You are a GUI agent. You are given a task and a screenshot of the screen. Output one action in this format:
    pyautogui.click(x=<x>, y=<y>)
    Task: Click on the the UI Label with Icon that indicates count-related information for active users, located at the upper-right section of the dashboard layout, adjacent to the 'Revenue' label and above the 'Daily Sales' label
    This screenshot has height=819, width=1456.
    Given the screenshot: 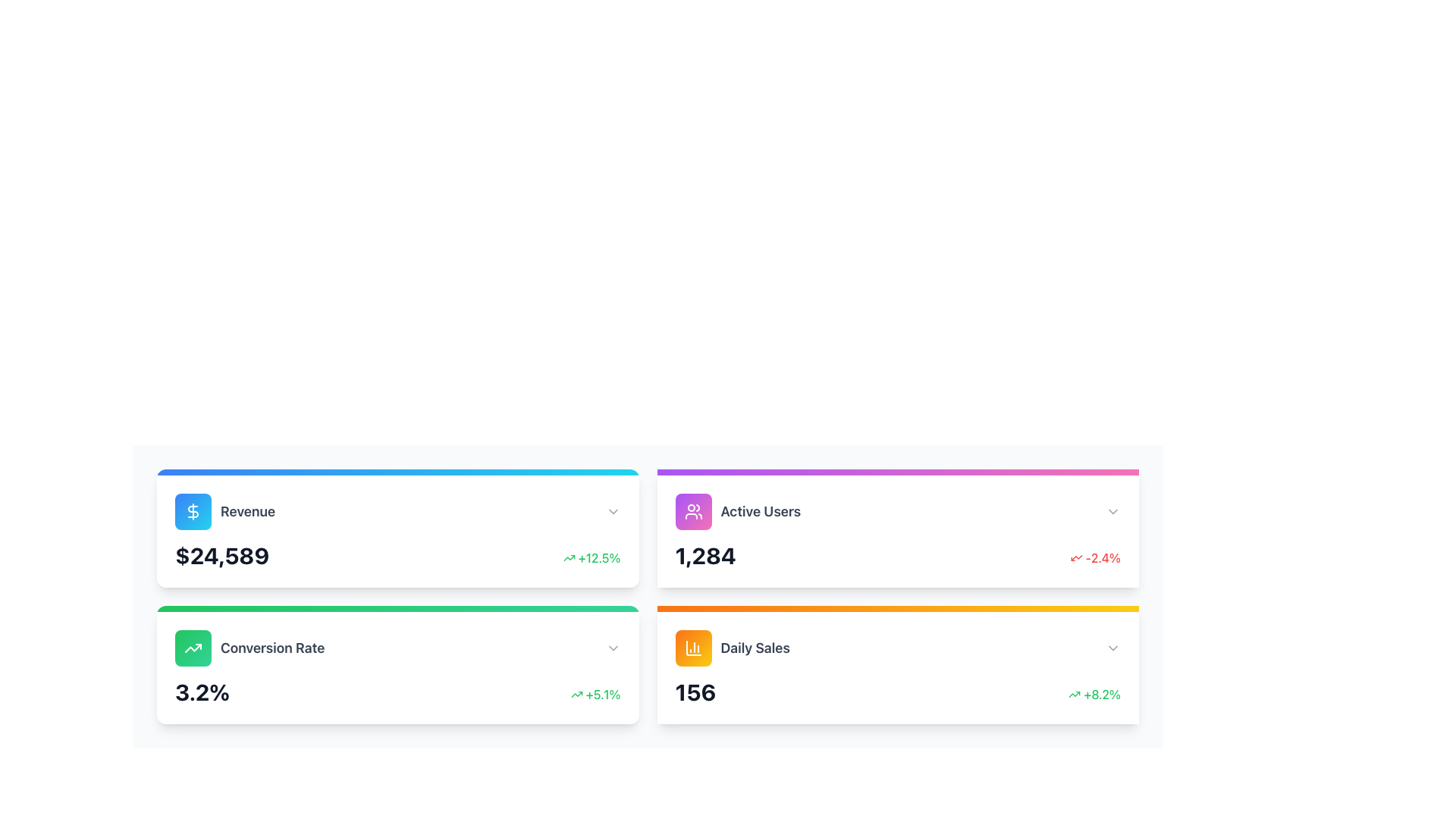 What is the action you would take?
    pyautogui.click(x=738, y=512)
    